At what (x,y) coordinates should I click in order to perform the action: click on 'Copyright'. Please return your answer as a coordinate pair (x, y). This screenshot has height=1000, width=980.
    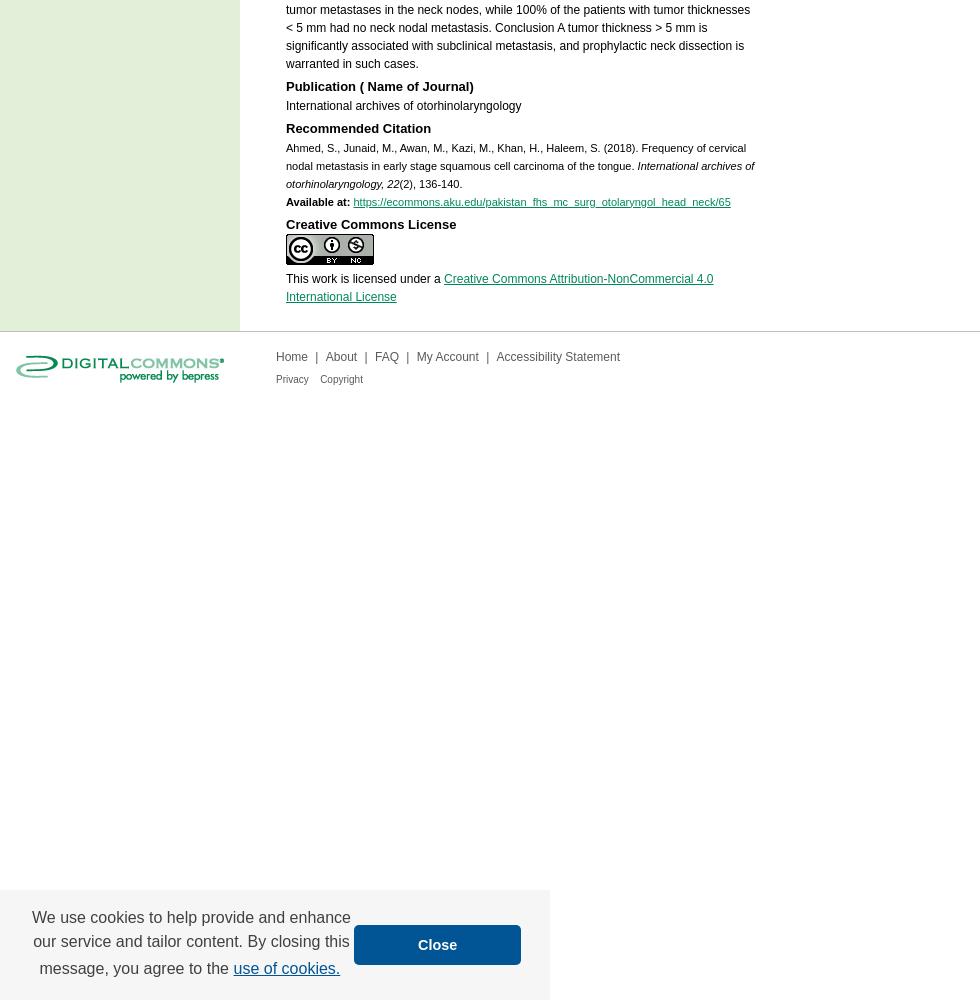
    Looking at the image, I should click on (341, 379).